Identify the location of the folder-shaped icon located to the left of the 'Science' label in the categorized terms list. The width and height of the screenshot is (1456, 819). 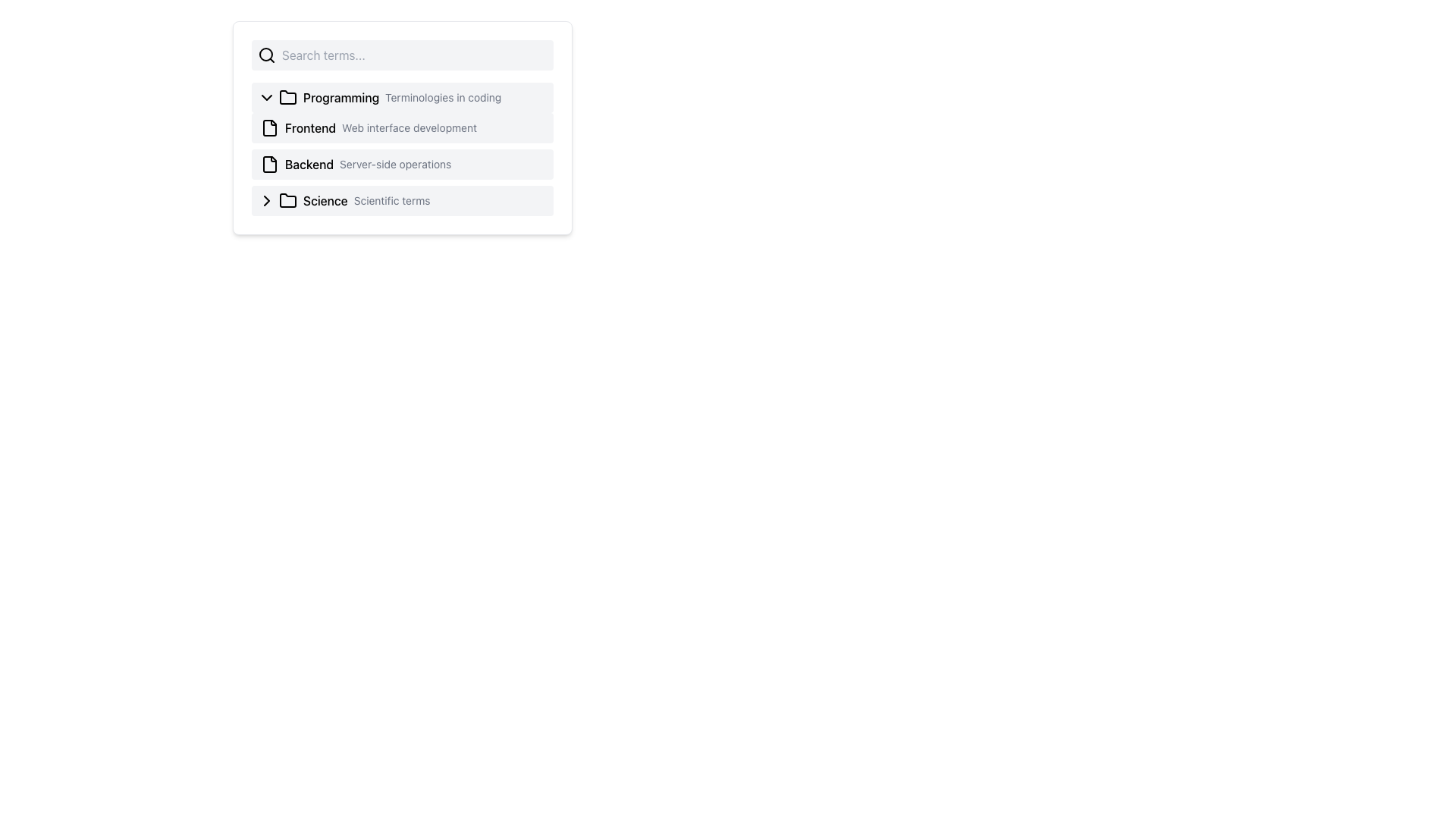
(287, 199).